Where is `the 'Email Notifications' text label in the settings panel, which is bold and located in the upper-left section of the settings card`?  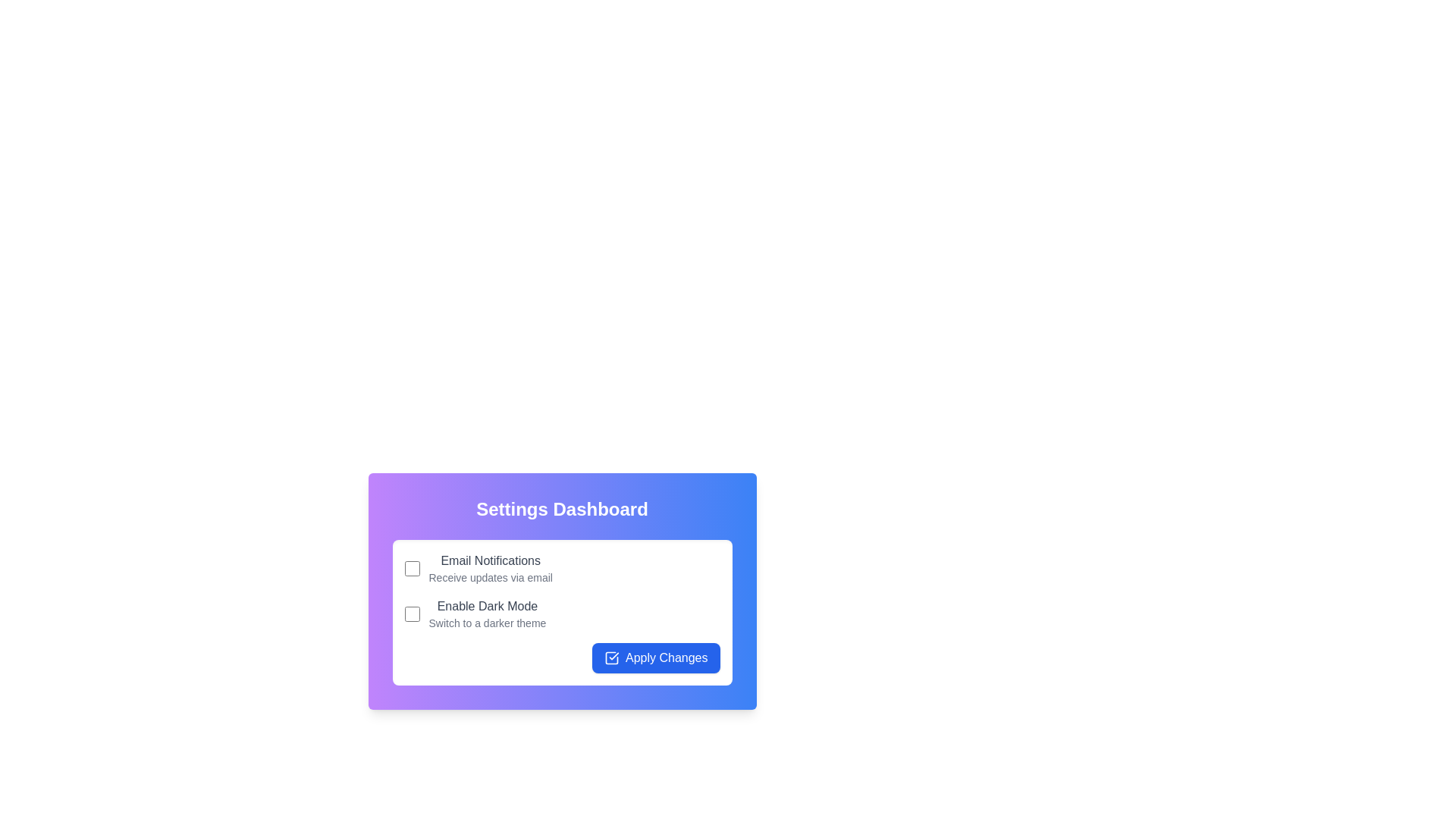 the 'Email Notifications' text label in the settings panel, which is bold and located in the upper-left section of the settings card is located at coordinates (491, 560).